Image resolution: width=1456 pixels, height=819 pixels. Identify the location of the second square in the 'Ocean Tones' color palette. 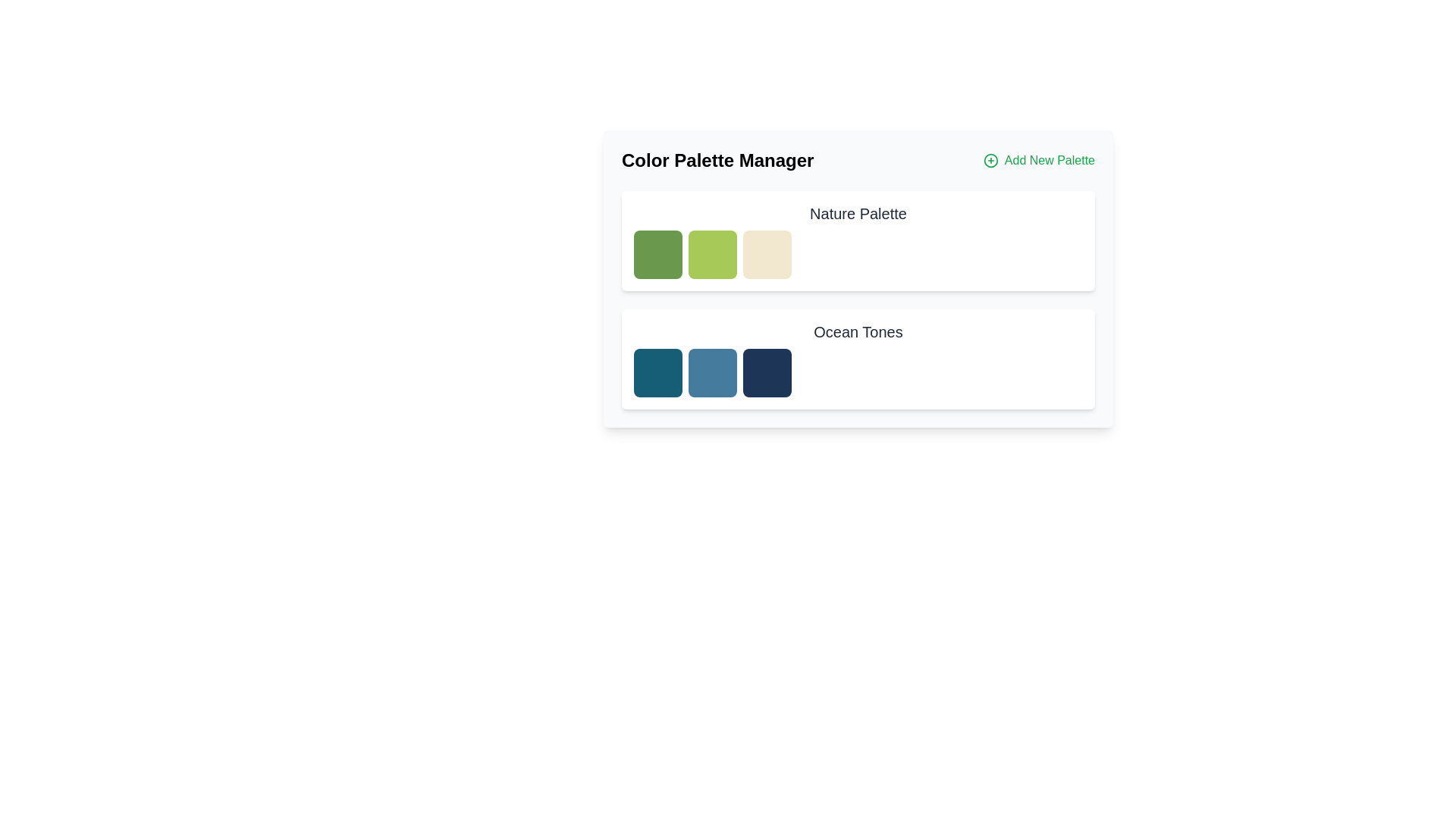
(712, 373).